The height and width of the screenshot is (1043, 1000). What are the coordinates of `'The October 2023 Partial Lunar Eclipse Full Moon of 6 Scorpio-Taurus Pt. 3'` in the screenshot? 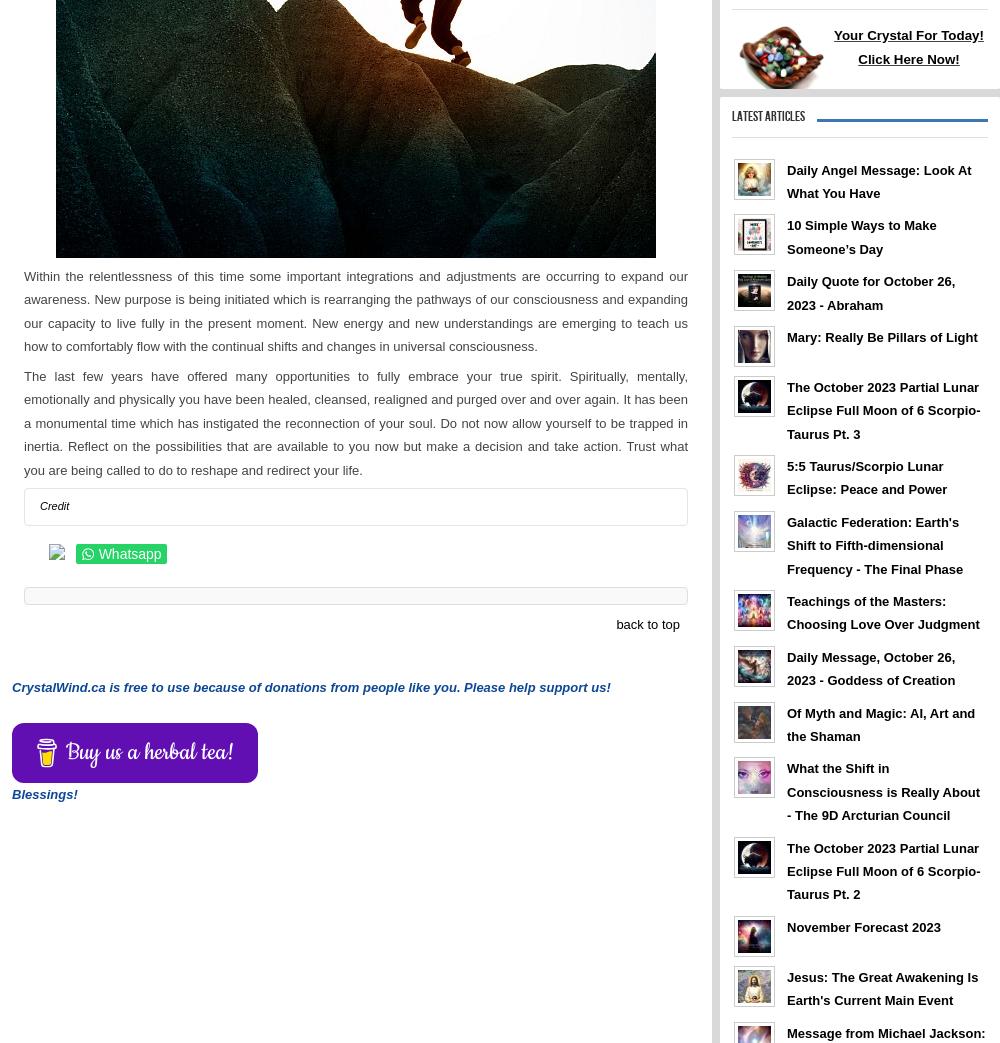 It's located at (883, 410).